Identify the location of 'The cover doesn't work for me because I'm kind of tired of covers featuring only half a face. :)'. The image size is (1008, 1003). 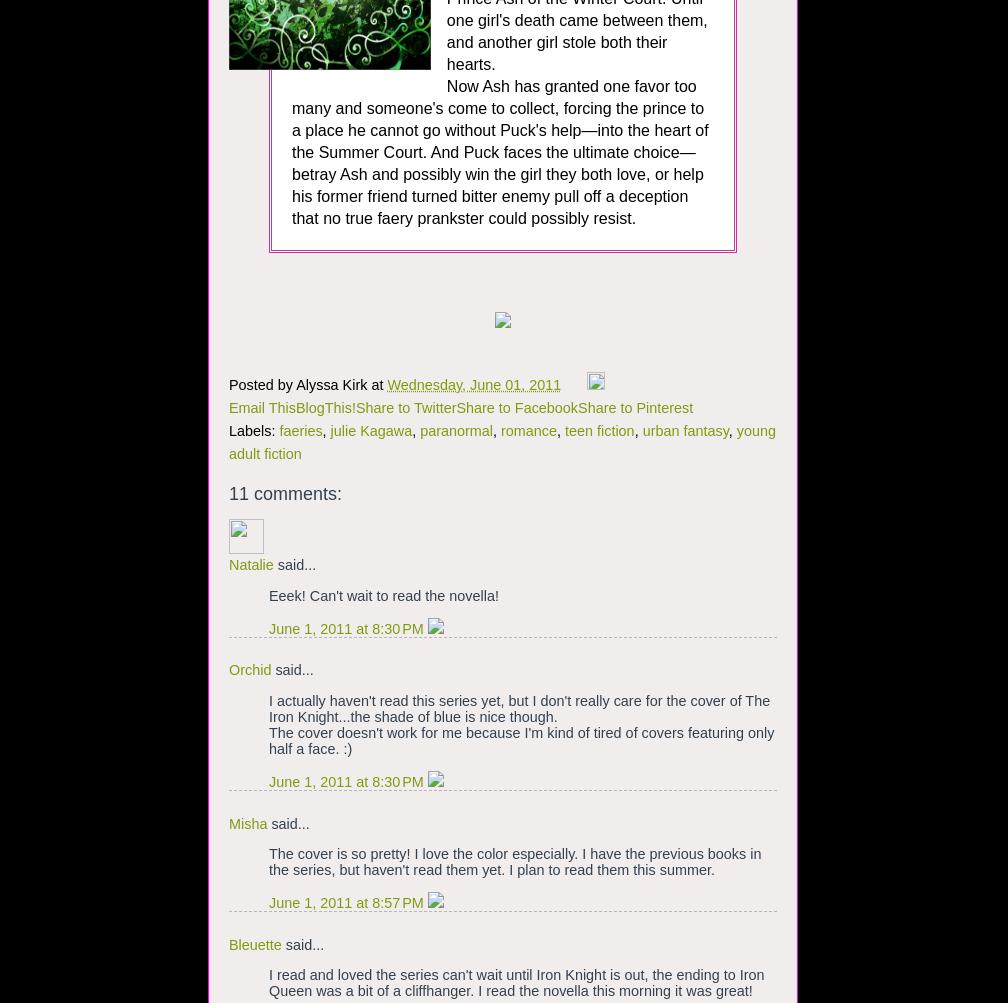
(521, 739).